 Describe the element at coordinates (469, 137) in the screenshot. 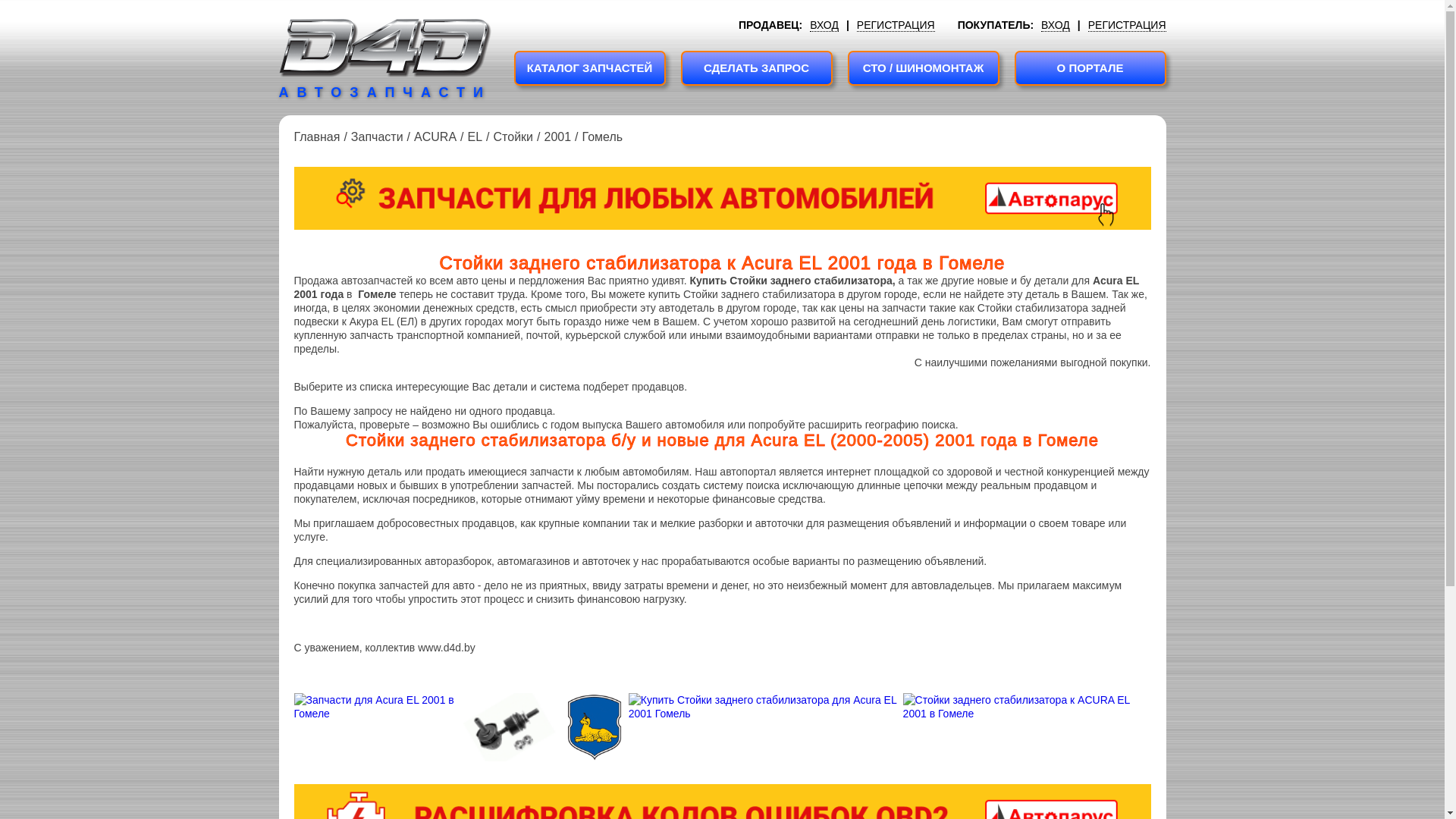

I see `'/EL'` at that location.